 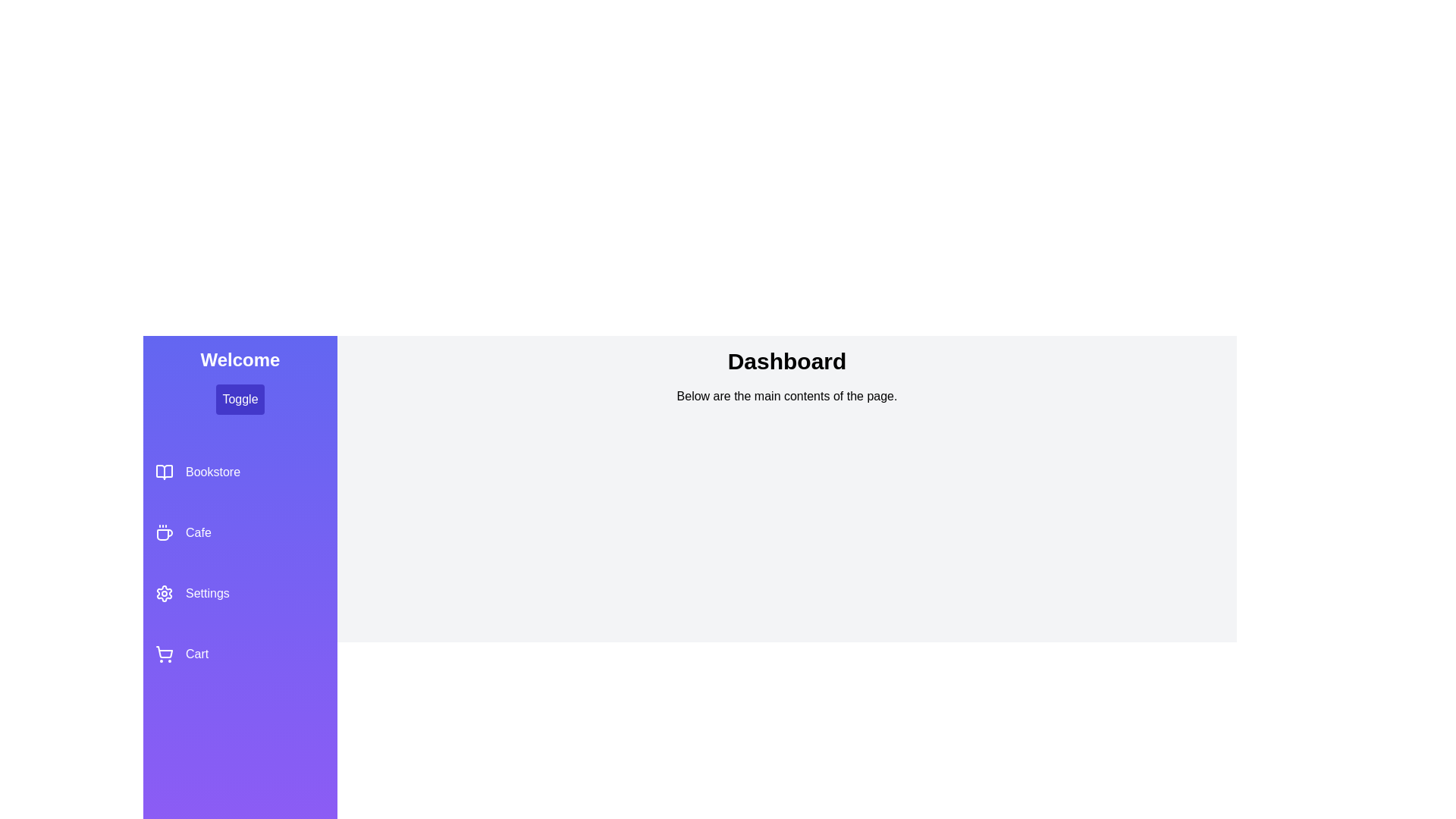 I want to click on the Settings section in the sidebar, so click(x=239, y=593).